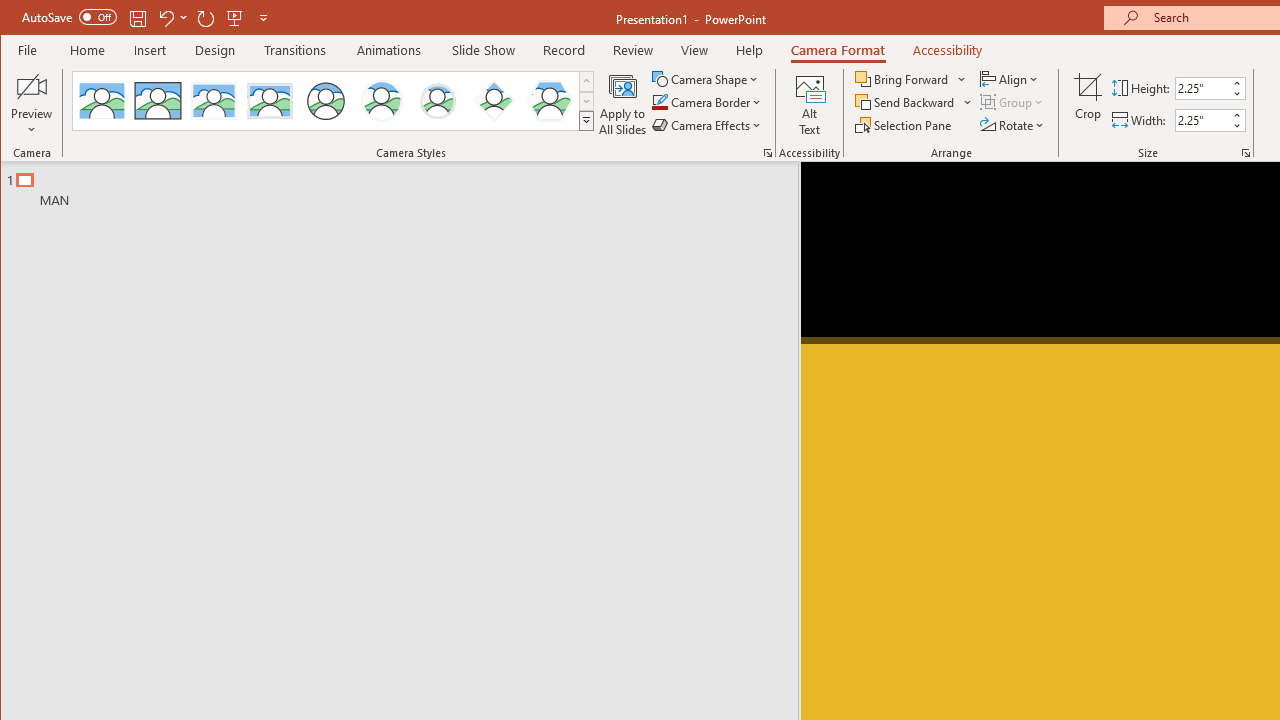 This screenshot has width=1280, height=720. What do you see at coordinates (809, 104) in the screenshot?
I see `'Alt Text'` at bounding box center [809, 104].